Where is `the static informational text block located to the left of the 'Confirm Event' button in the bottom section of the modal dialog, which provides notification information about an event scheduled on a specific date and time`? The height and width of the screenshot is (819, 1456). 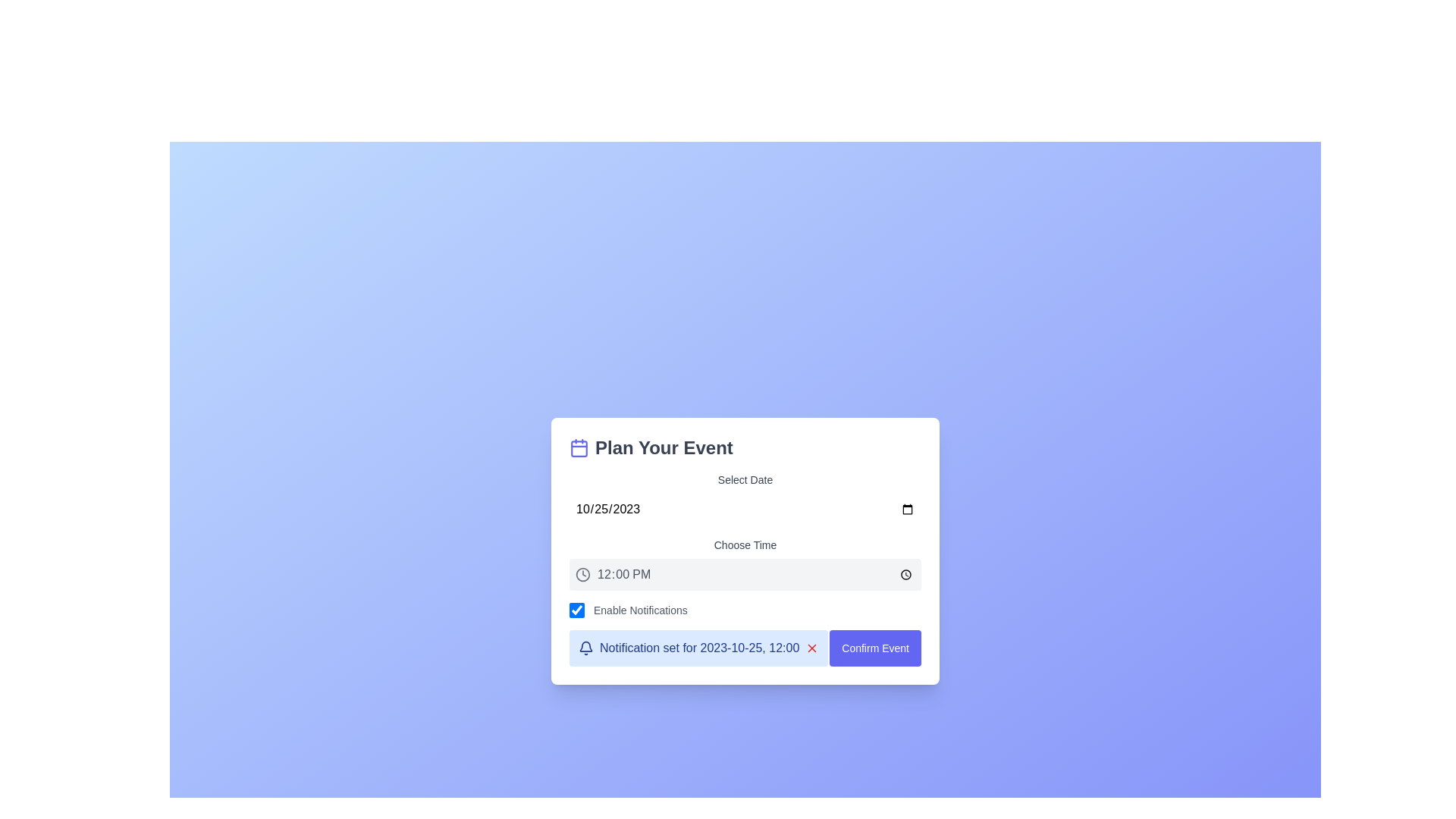
the static informational text block located to the left of the 'Confirm Event' button in the bottom section of the modal dialog, which provides notification information about an event scheduled on a specific date and time is located at coordinates (698, 648).